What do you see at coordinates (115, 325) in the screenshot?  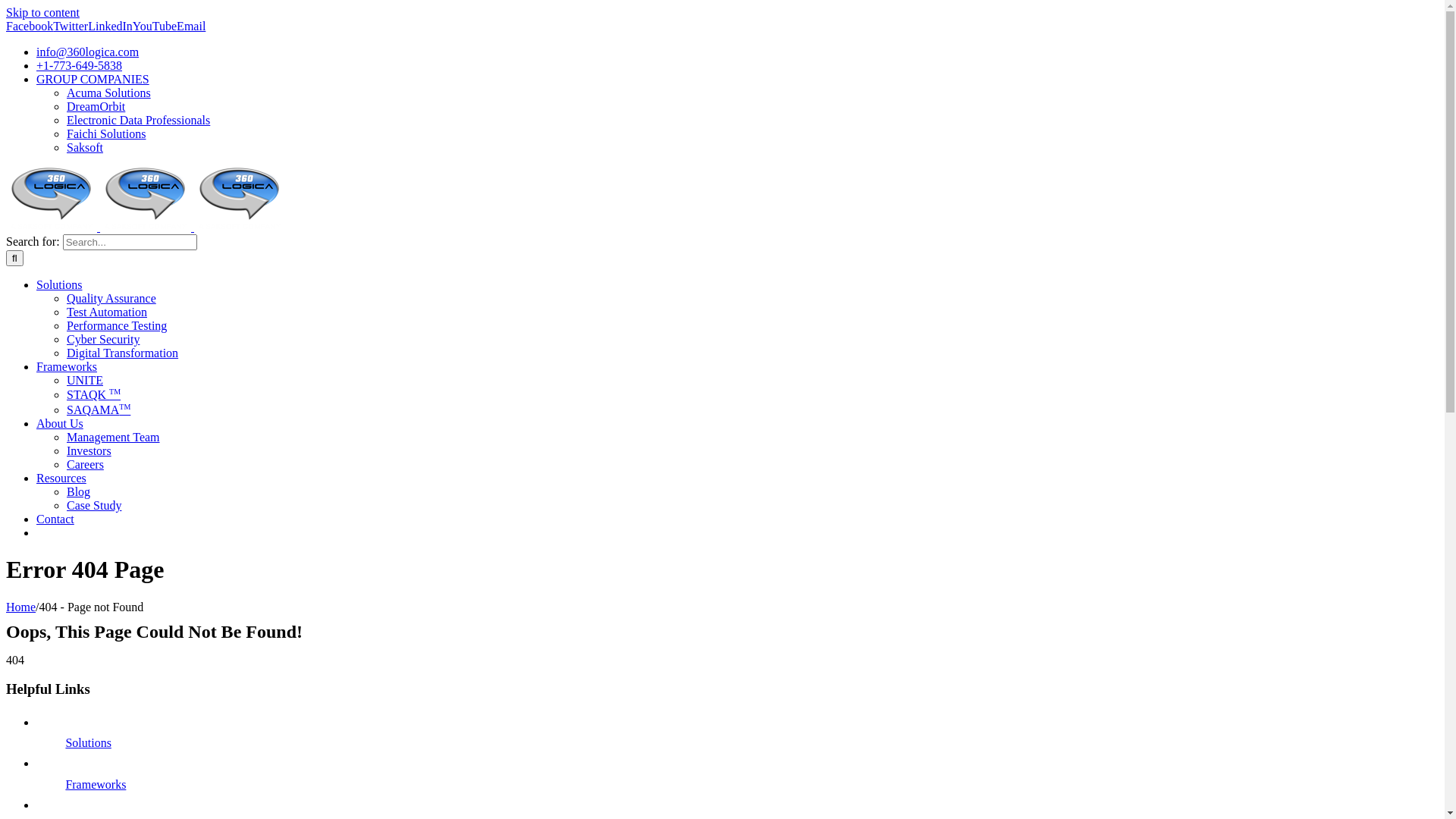 I see `'Performance Testing'` at bounding box center [115, 325].